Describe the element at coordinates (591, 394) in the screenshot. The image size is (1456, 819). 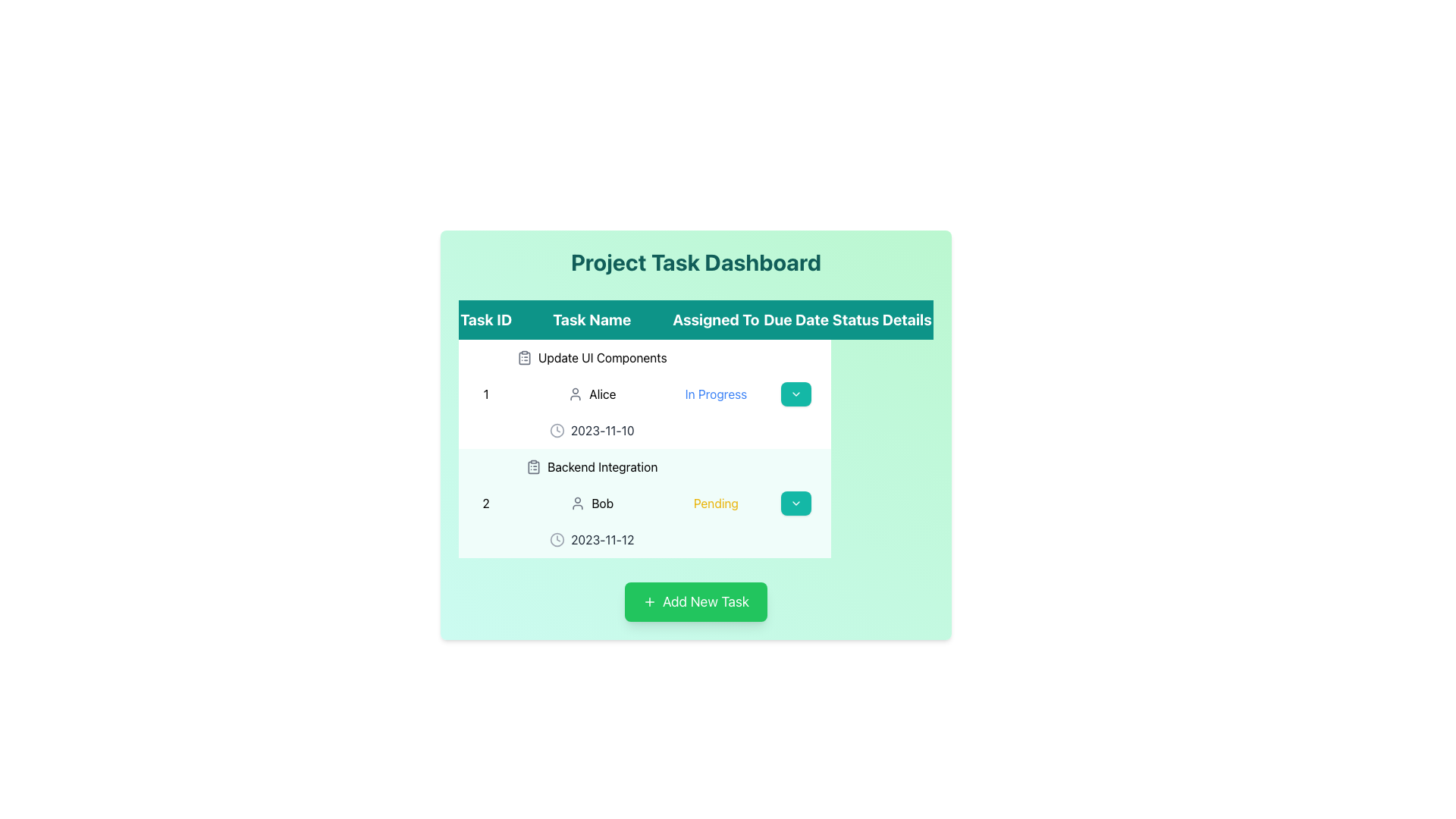
I see `the text and icon combination displaying 'Alice' in bold black text, which is adjacent to a user icon in grayscale, located in the third column of the first row under the 'Assigned To' header in the data table` at that location.